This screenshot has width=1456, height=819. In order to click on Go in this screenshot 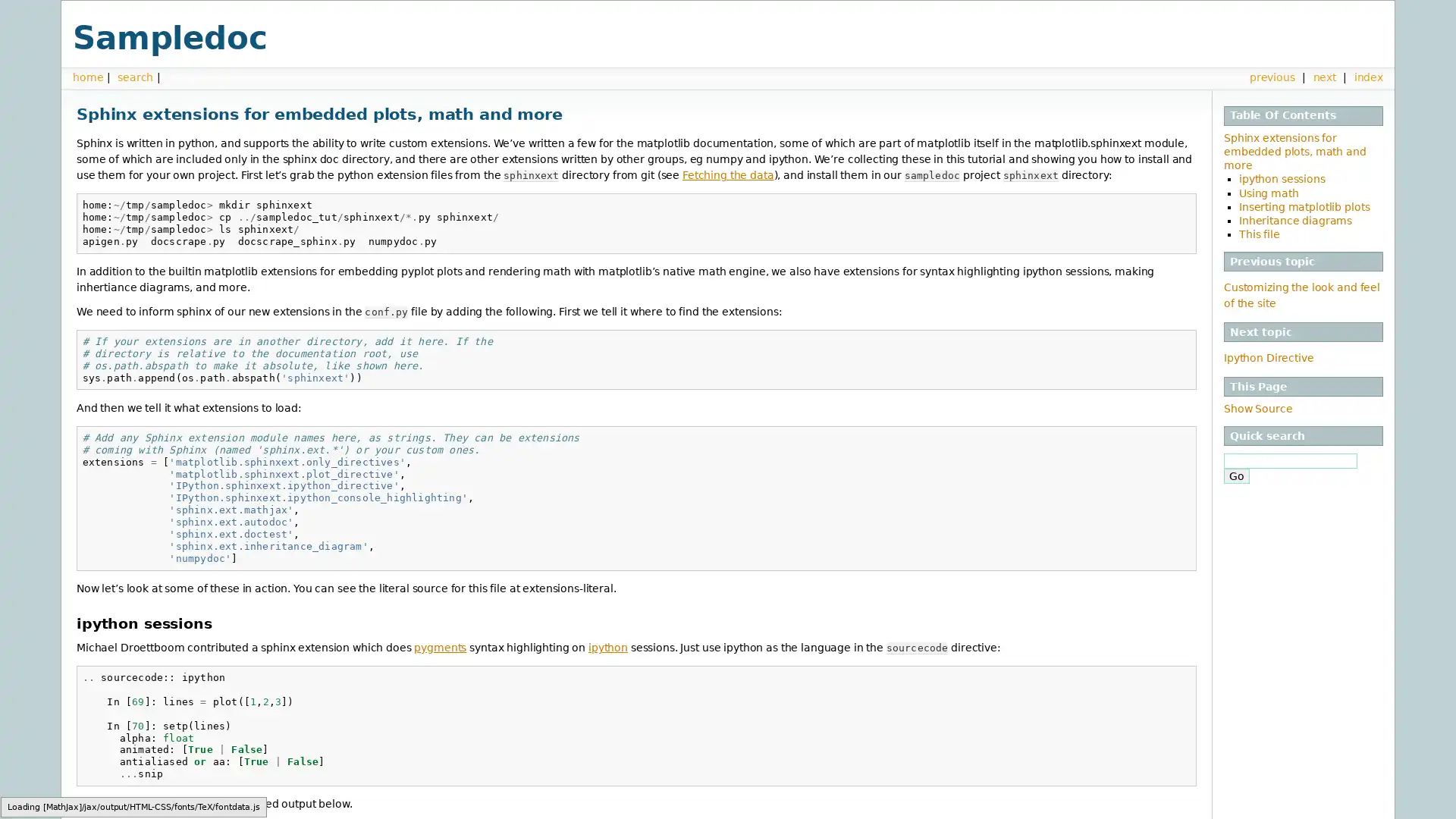, I will do `click(1237, 475)`.